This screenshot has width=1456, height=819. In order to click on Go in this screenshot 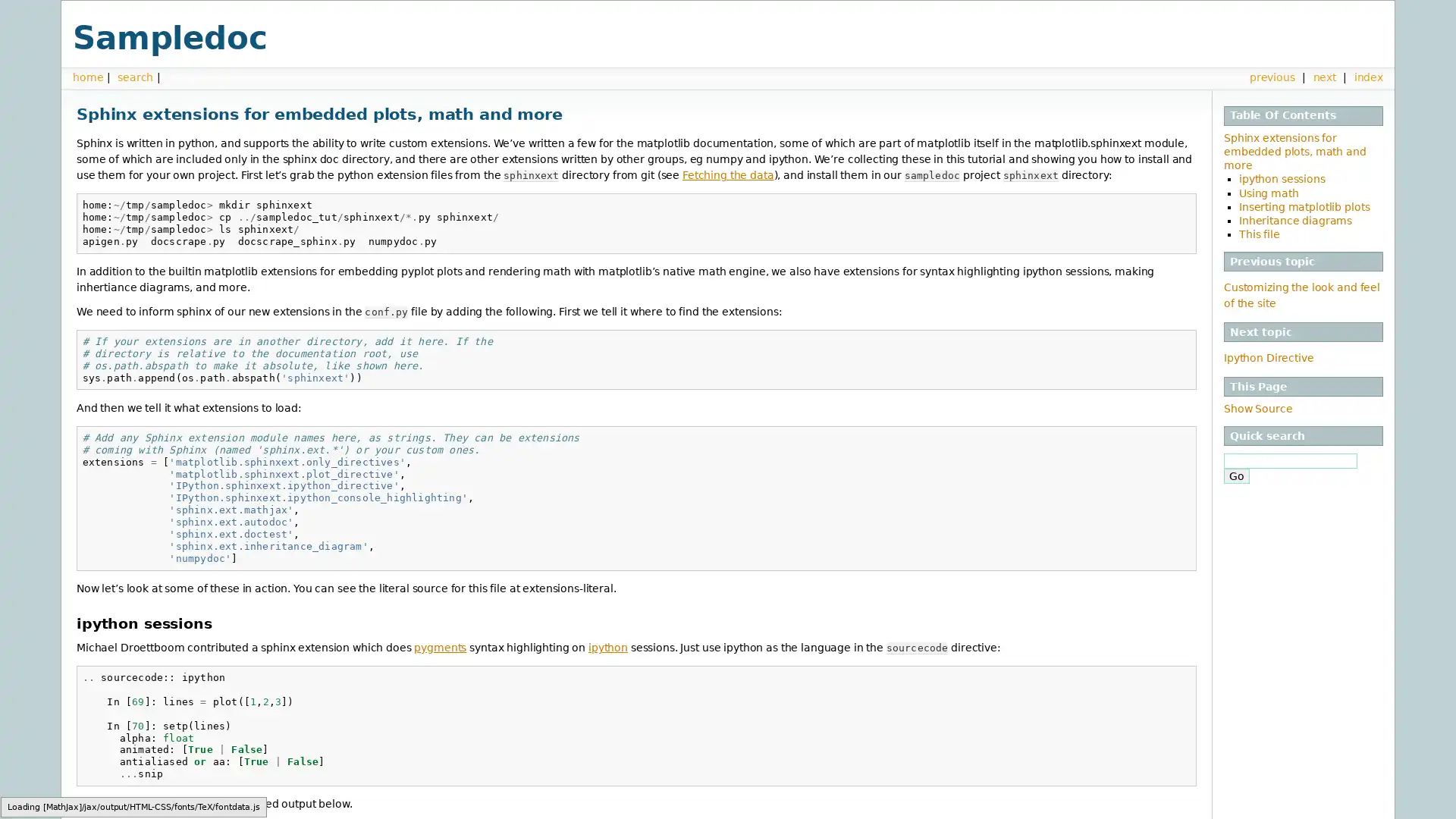, I will do `click(1237, 475)`.